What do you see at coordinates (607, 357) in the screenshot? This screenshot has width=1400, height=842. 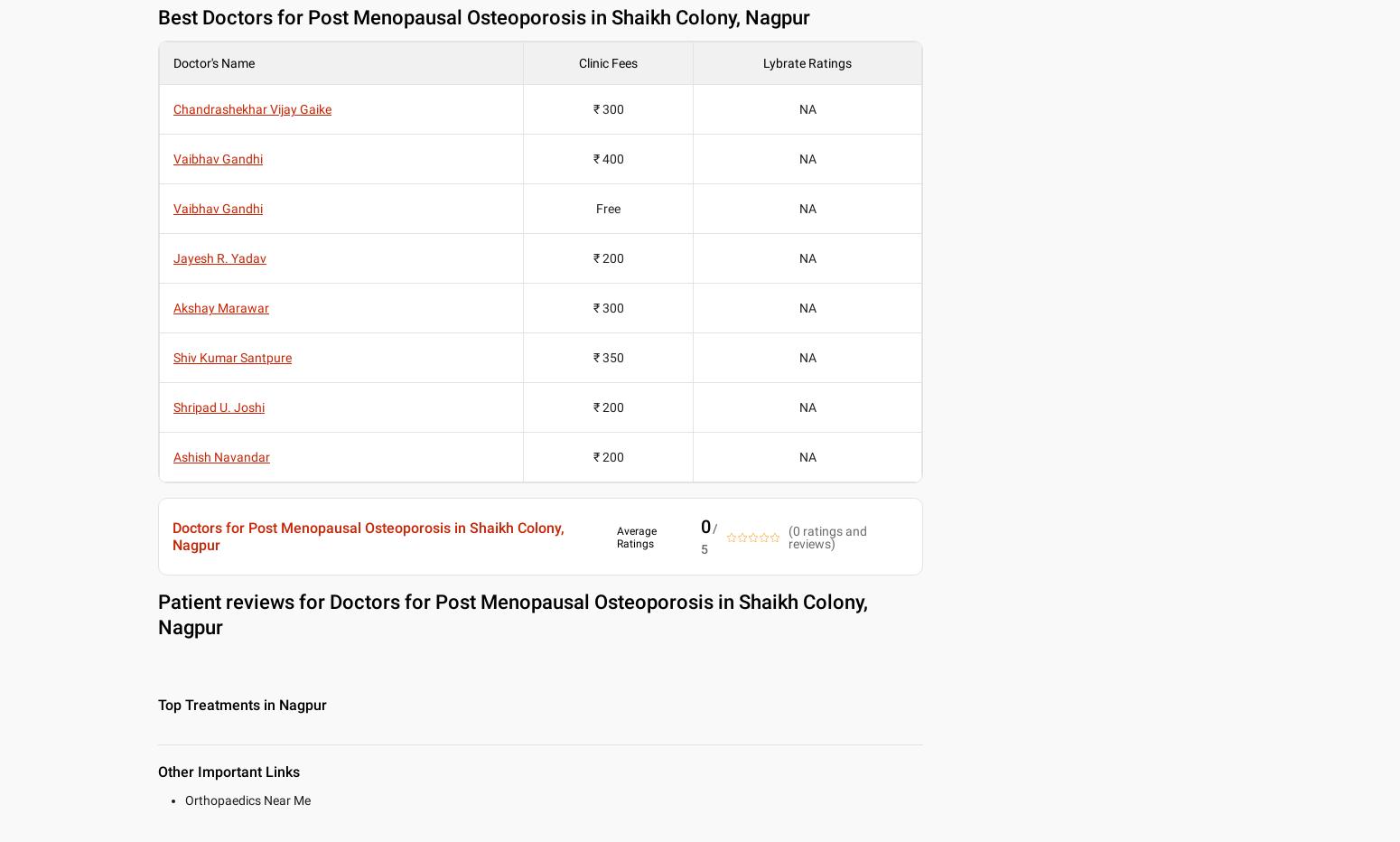 I see `'₹ 350'` at bounding box center [607, 357].